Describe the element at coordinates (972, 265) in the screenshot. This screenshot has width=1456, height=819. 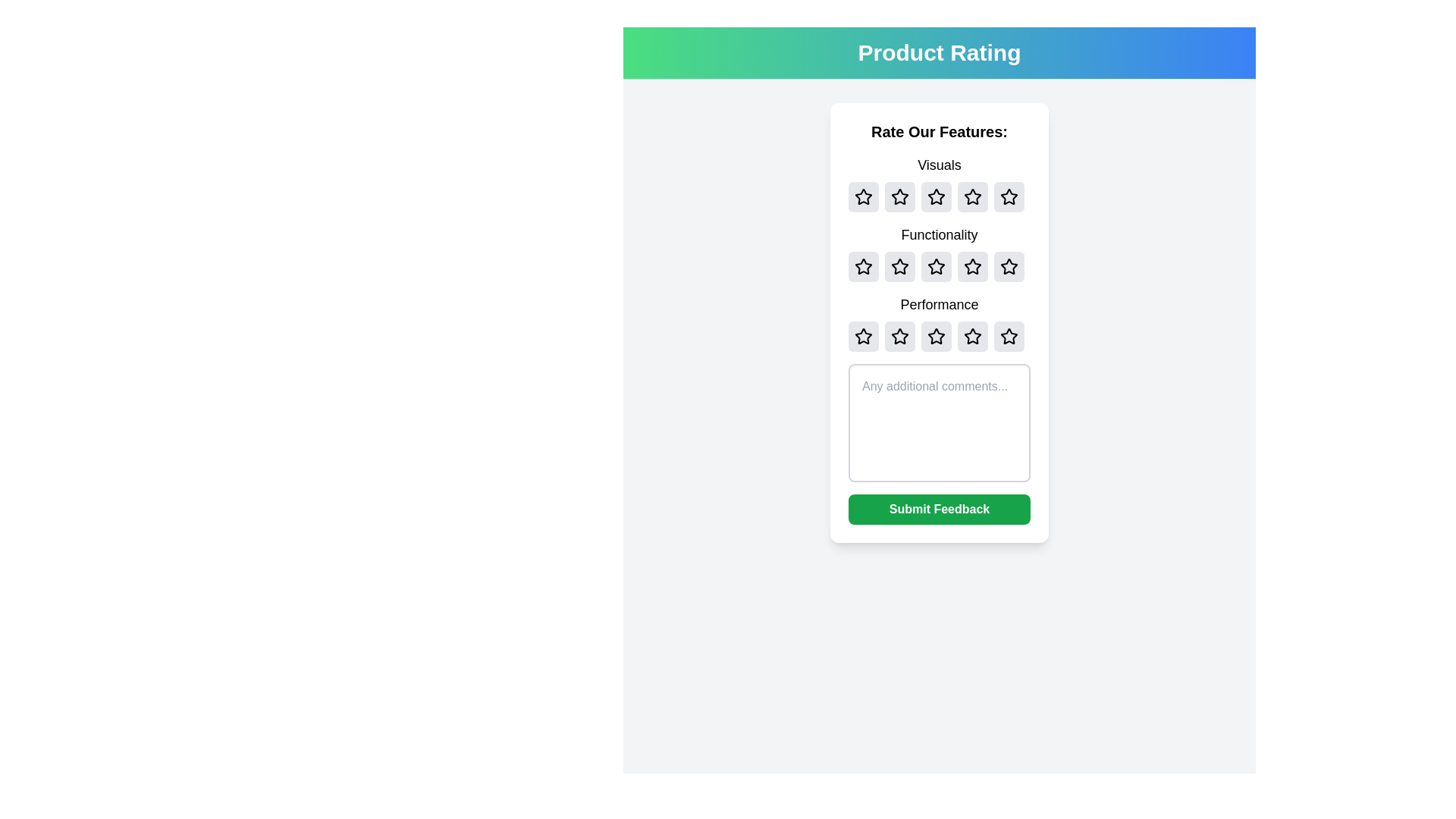
I see `the third star in the second row of the rating grid labeled 'Functionality'` at that location.